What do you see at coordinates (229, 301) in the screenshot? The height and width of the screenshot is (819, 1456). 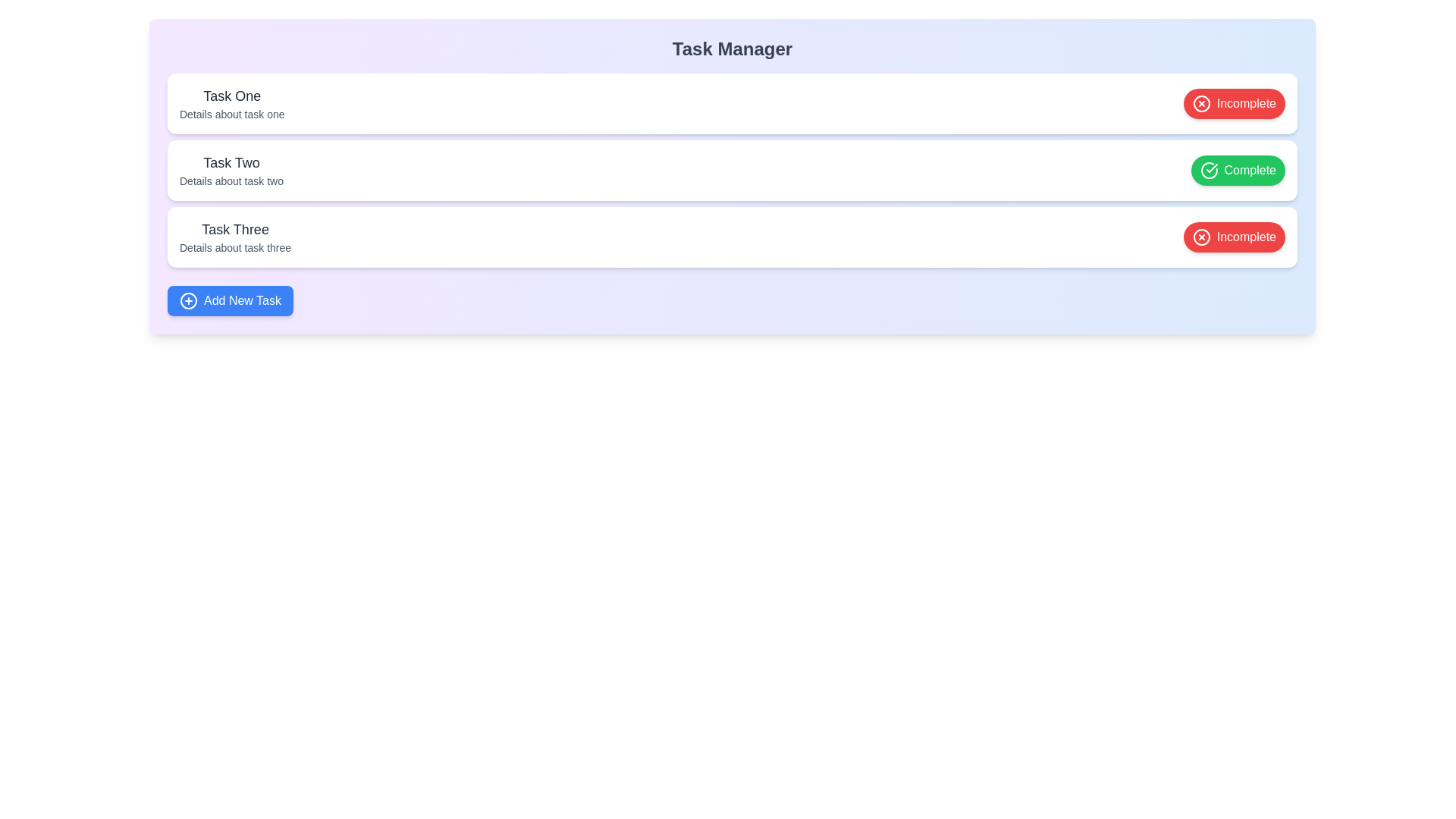 I see `the 'Add New Task' button to initiate the task addition process` at bounding box center [229, 301].